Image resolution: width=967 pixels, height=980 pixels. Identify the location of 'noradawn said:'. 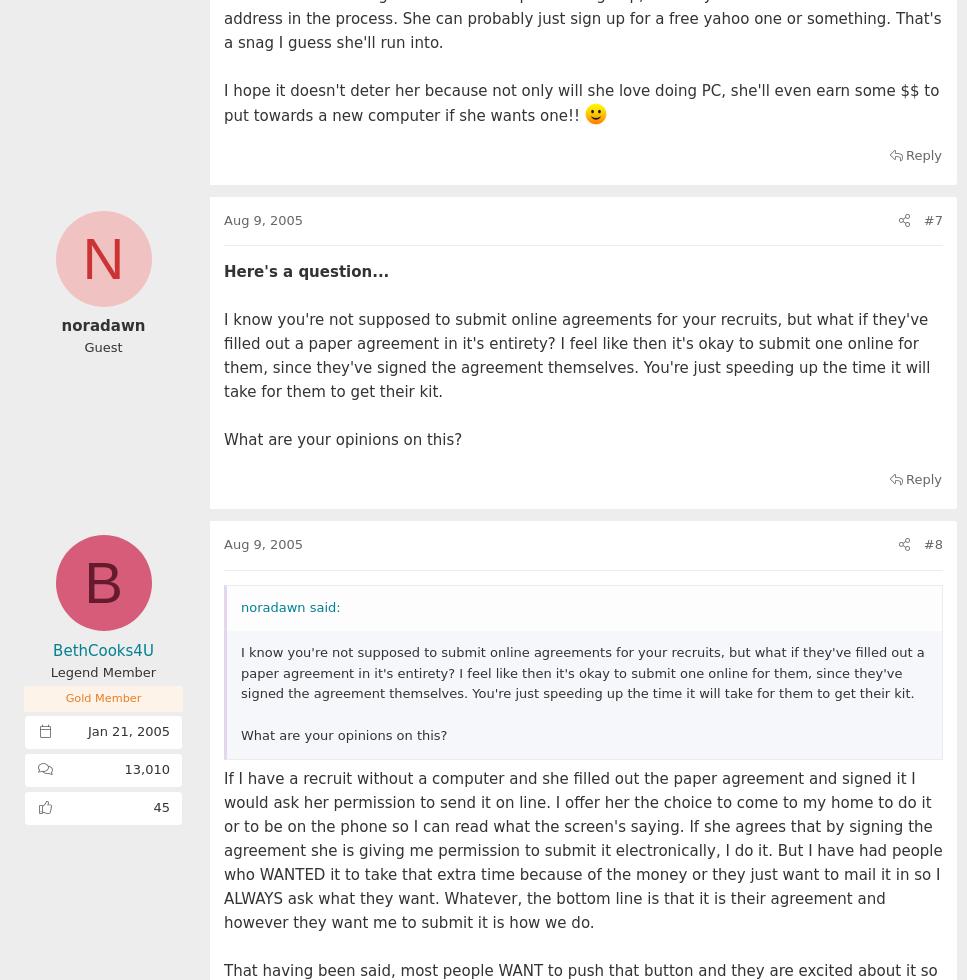
(289, 606).